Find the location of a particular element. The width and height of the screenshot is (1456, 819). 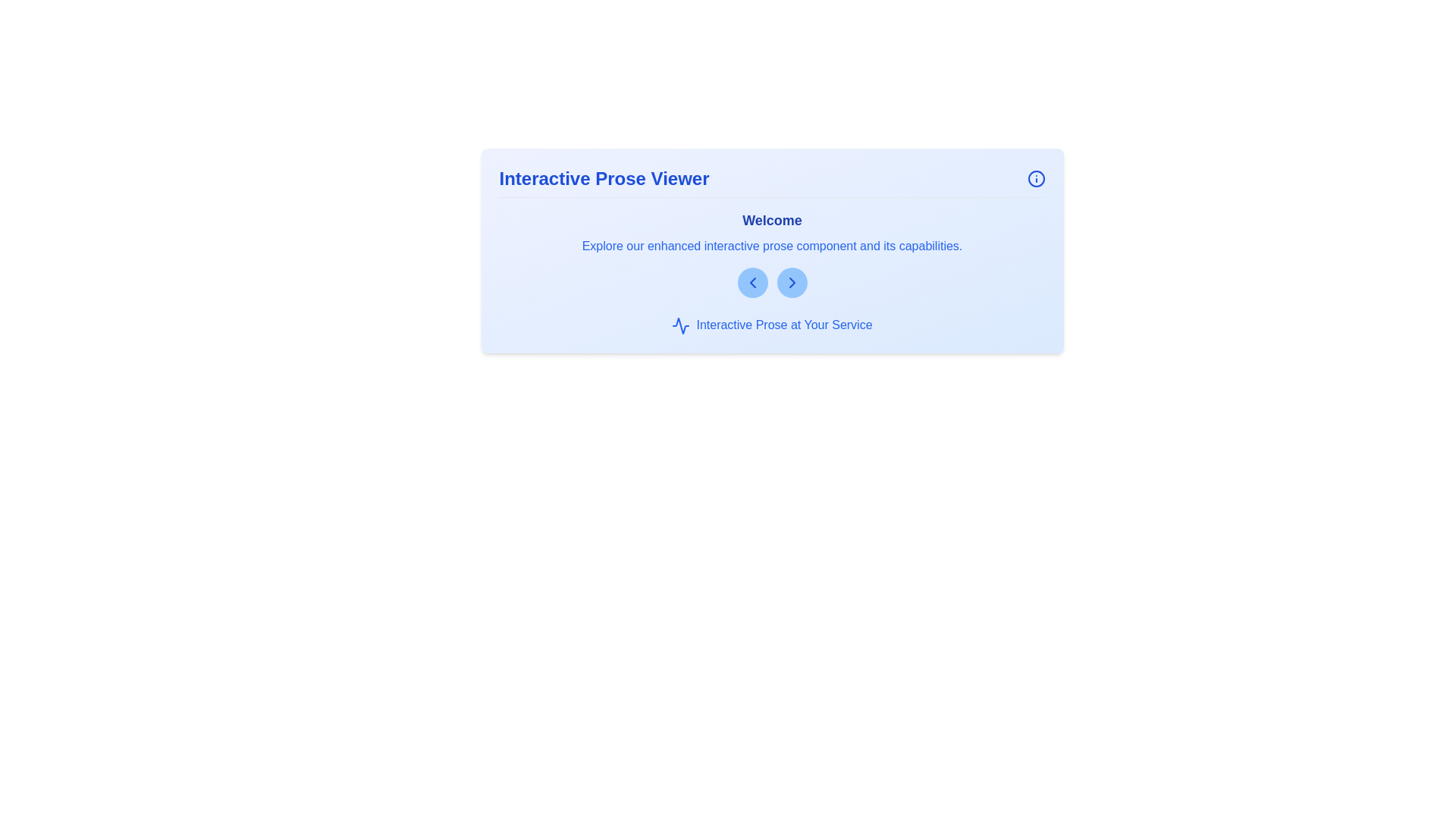

the left-pointing chevron icon button with a blue stroke to trigger its visual response is located at coordinates (752, 283).